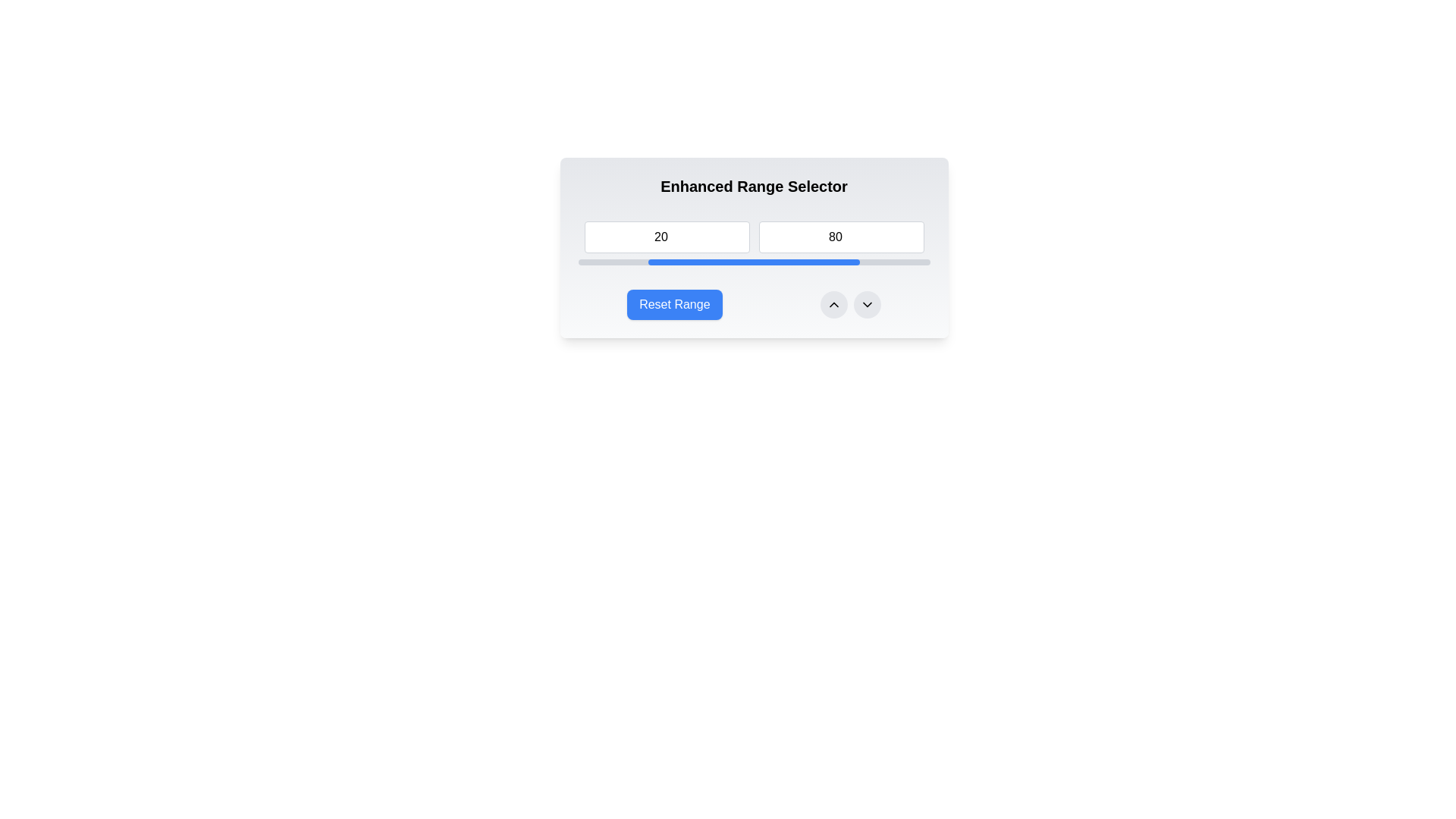 This screenshot has width=1456, height=819. I want to click on and drag the filled portion of the range slider located below the numeric input boxes labeled 20 and 80 to adjust the range, so click(754, 262).